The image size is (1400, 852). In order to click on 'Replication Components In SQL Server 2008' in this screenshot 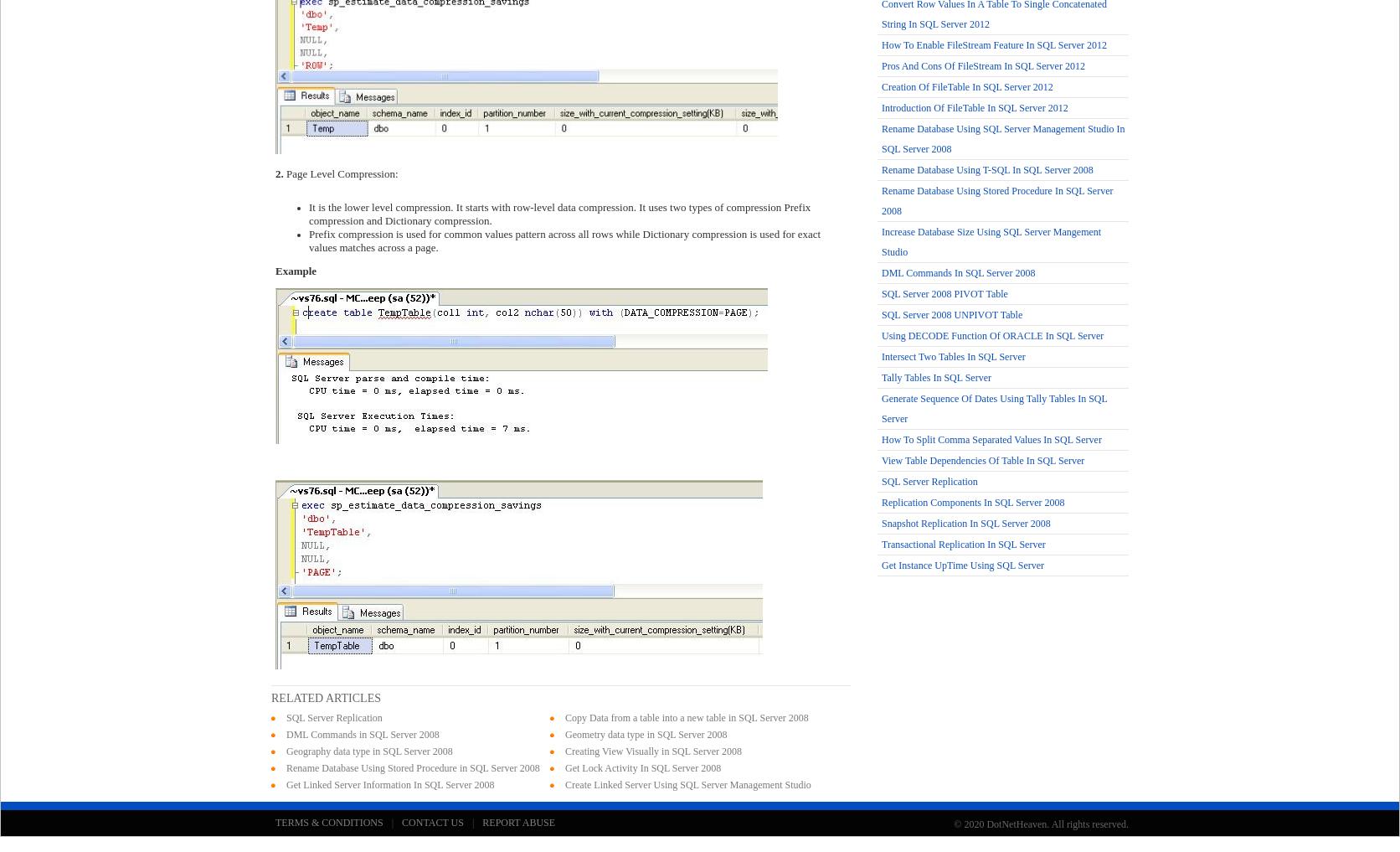, I will do `click(972, 502)`.